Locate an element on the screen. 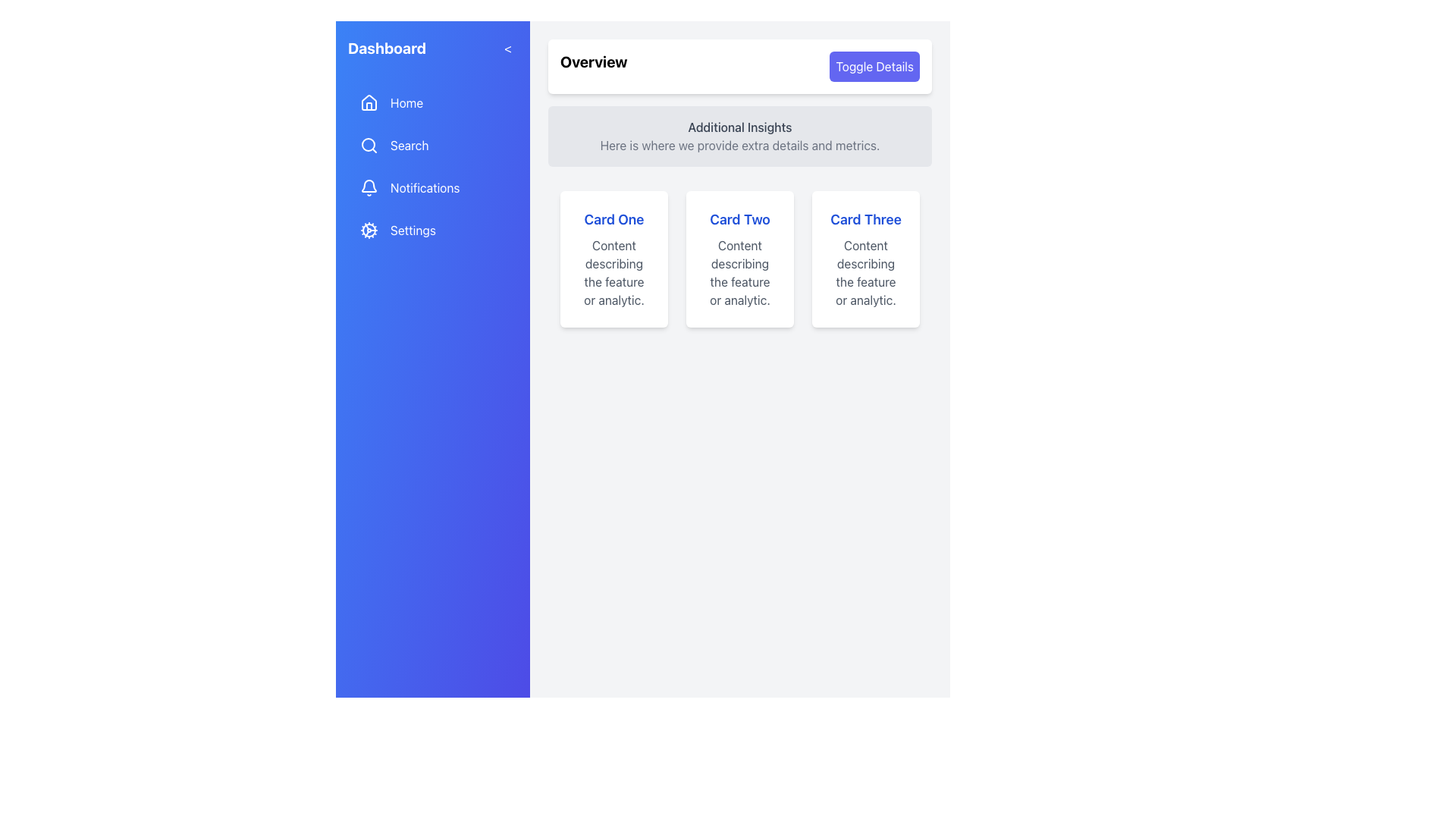  the Text Block element that is styled in gray font and located below the bold blue title 'Card Two' in the center-right card layout is located at coordinates (739, 271).